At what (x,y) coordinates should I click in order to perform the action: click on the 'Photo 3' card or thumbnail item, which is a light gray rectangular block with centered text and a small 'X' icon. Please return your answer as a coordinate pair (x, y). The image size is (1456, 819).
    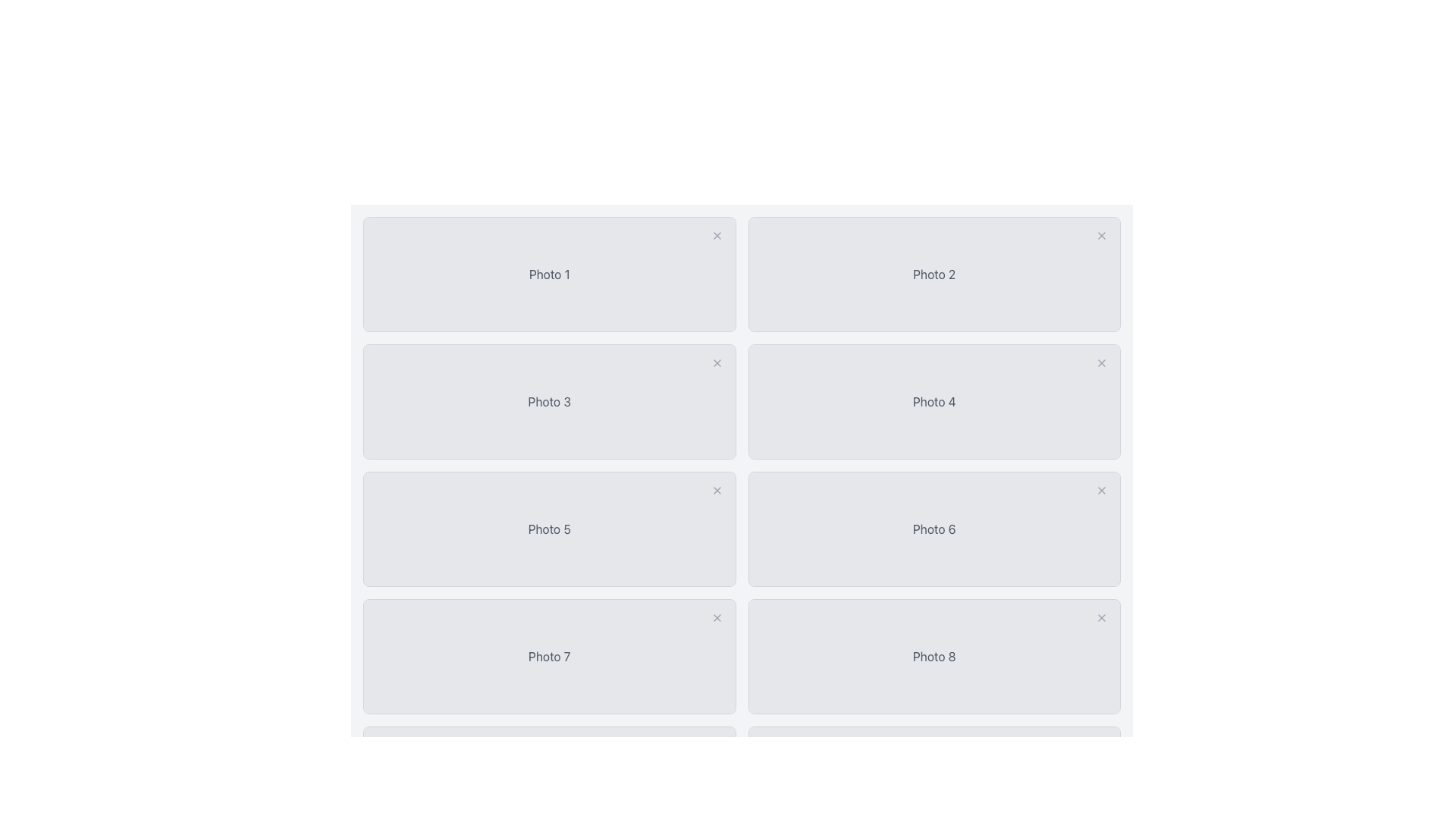
    Looking at the image, I should click on (548, 400).